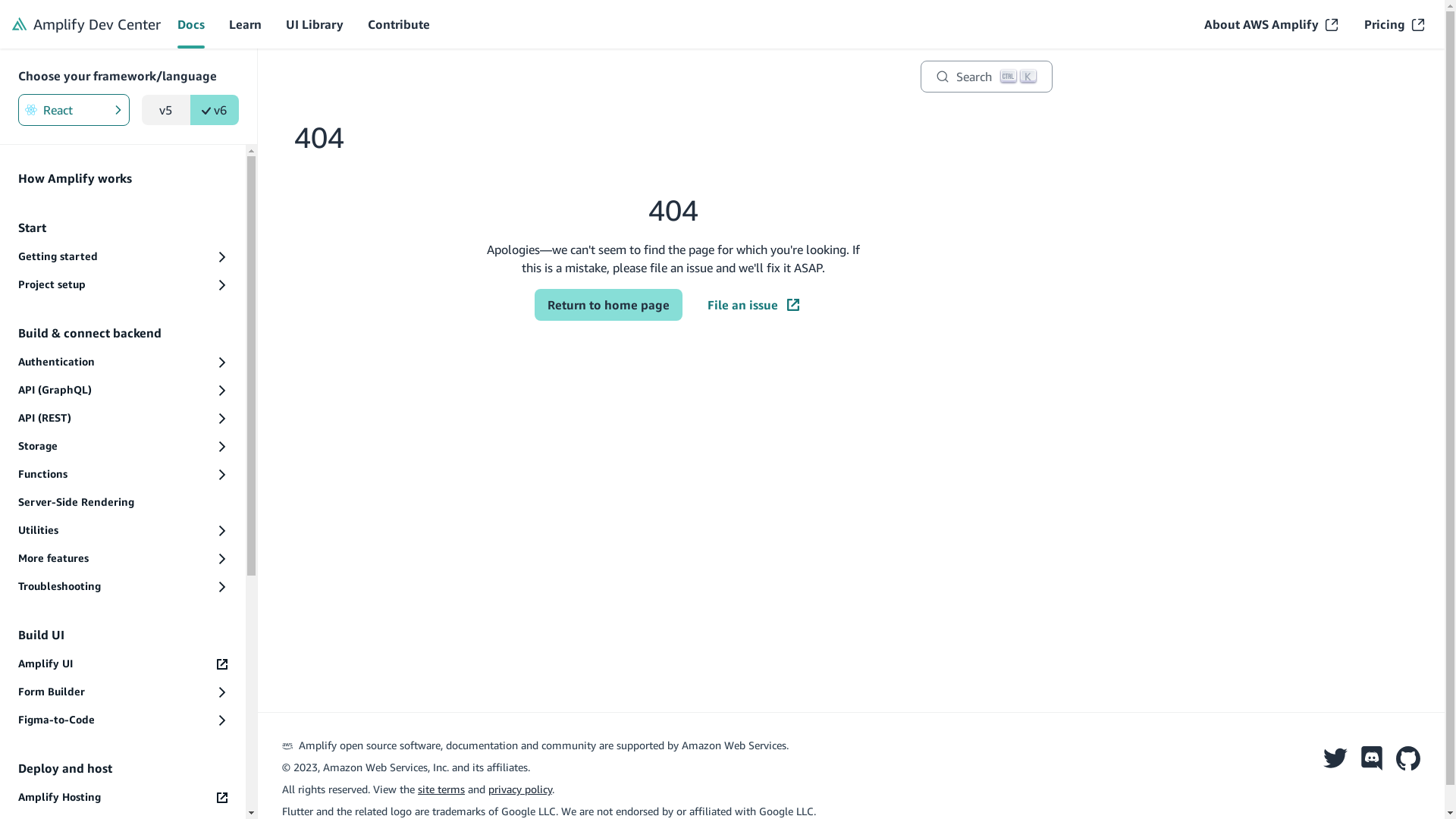 The height and width of the screenshot is (819, 1456). What do you see at coordinates (123, 796) in the screenshot?
I see `'Amplify Hosting'` at bounding box center [123, 796].